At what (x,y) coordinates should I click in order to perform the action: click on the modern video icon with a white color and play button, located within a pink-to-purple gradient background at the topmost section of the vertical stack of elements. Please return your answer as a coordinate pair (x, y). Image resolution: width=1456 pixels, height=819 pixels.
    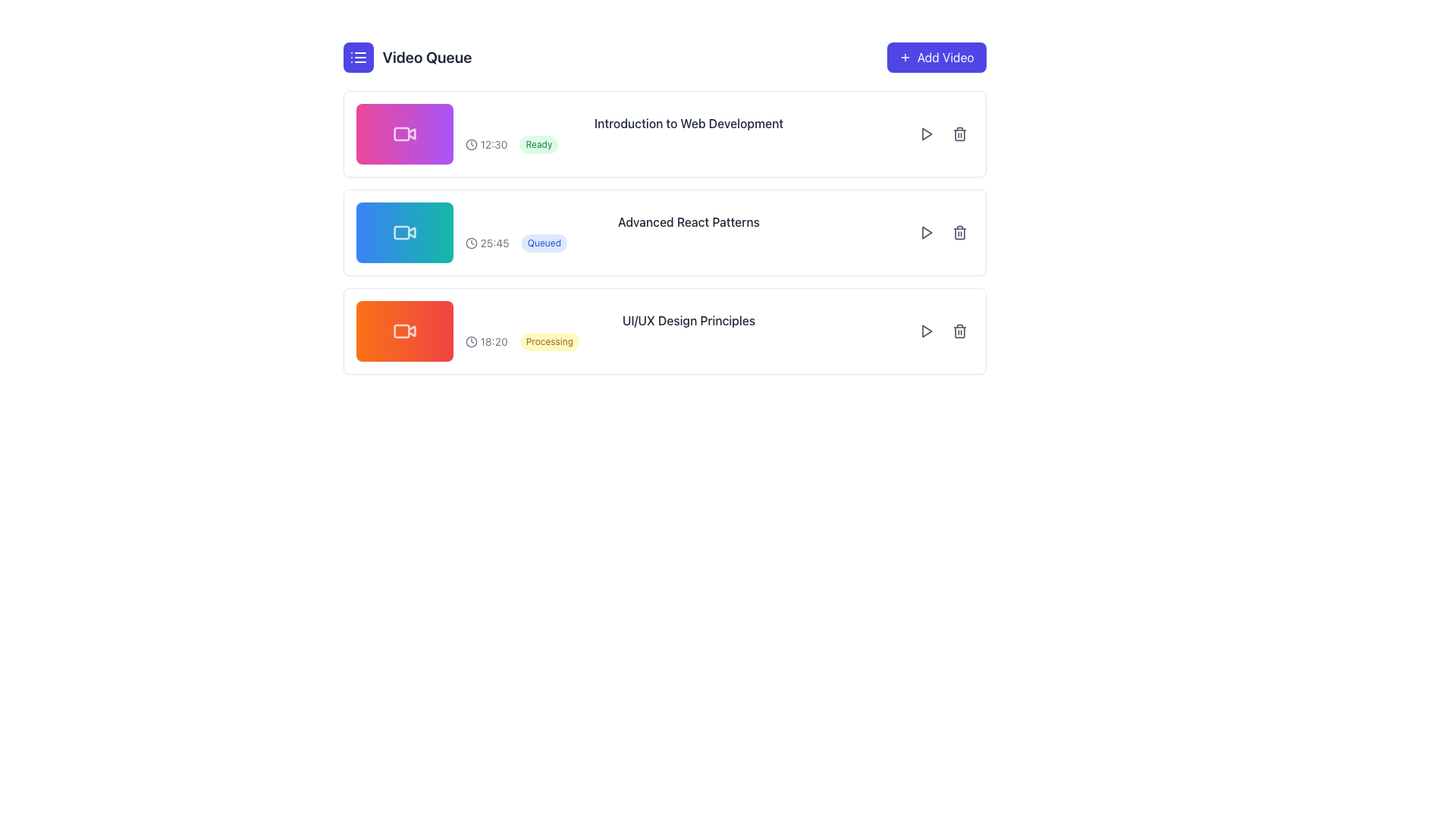
    Looking at the image, I should click on (404, 133).